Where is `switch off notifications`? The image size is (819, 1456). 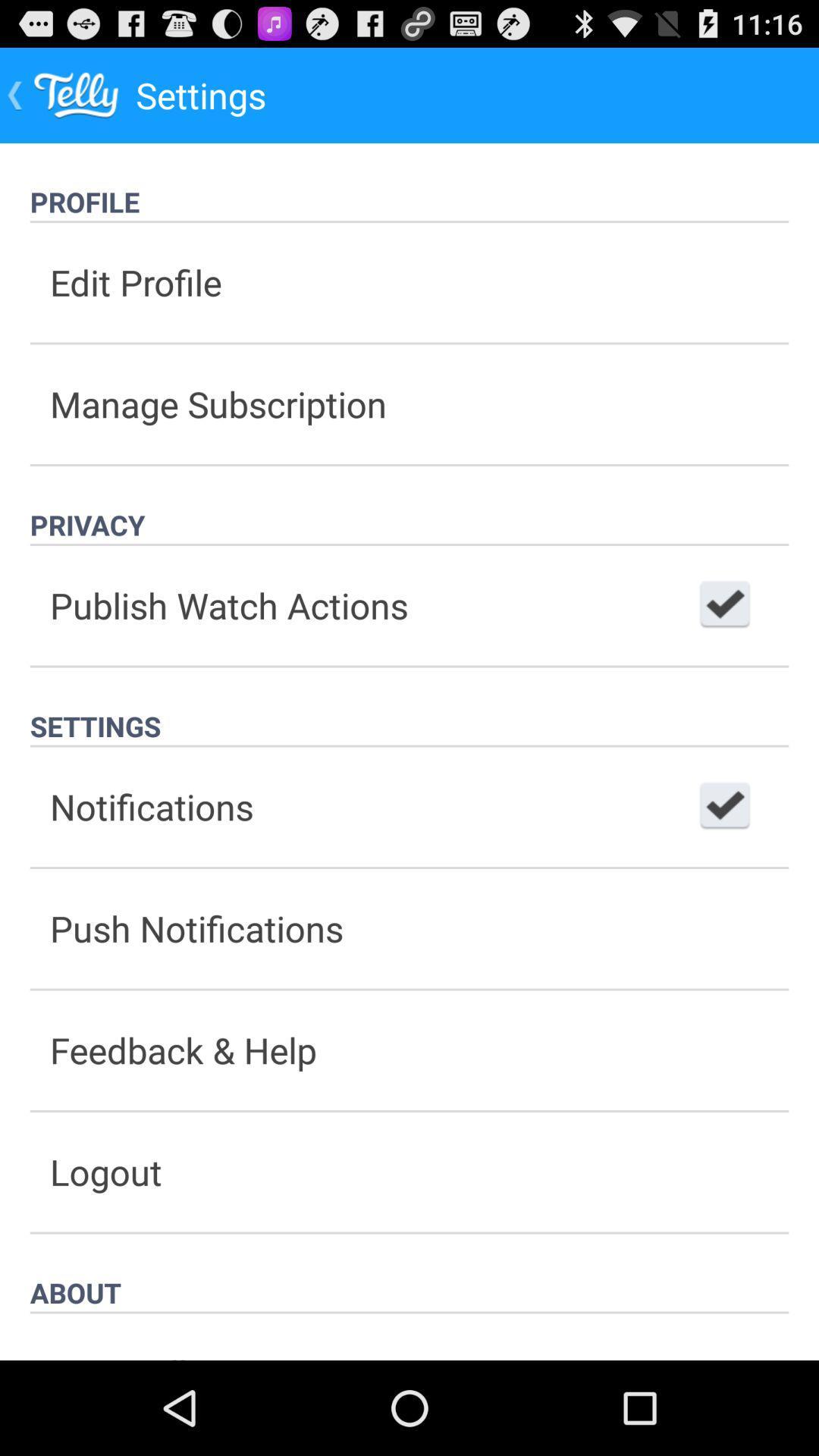
switch off notifications is located at coordinates (724, 806).